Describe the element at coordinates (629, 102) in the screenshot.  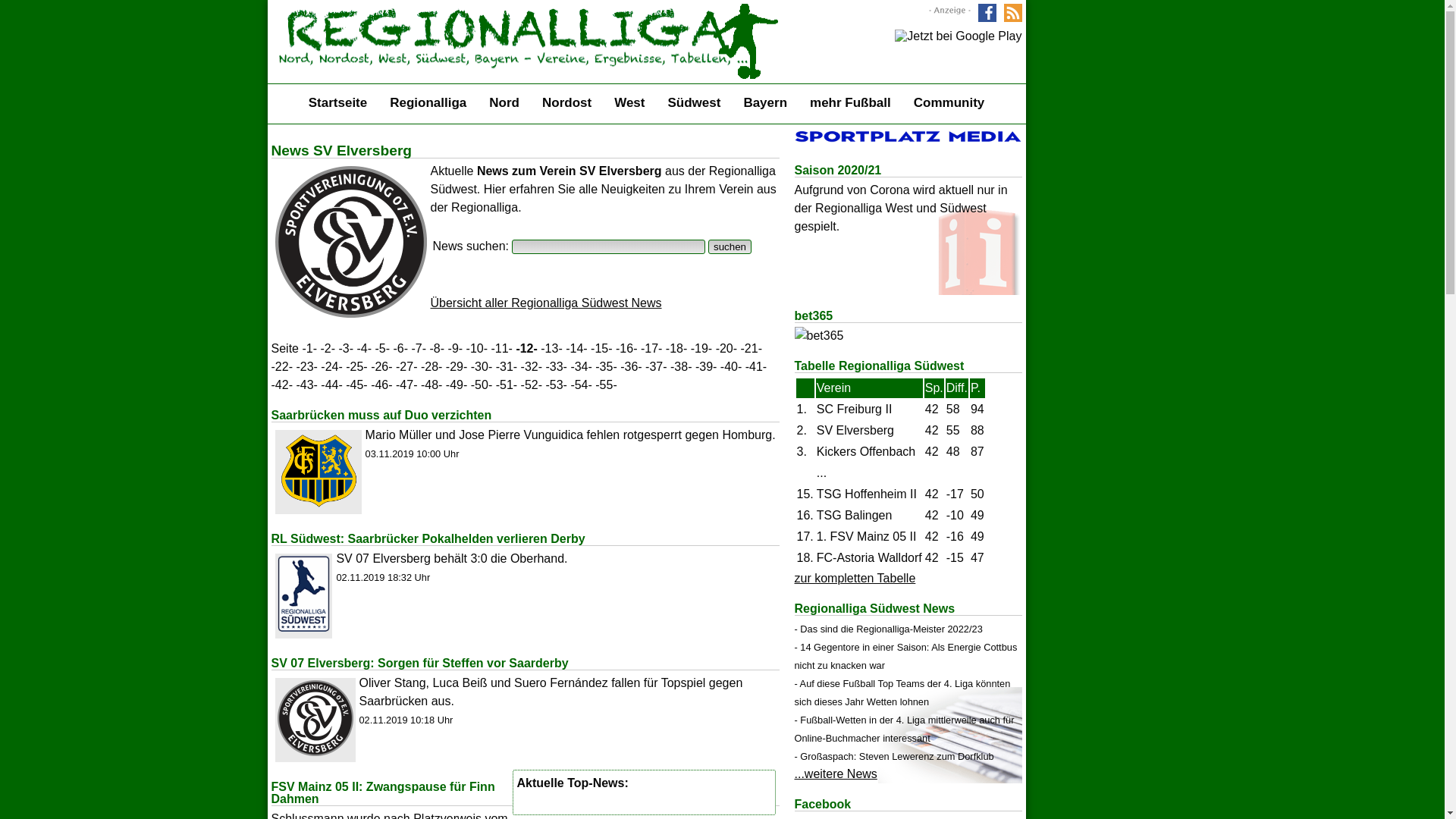
I see `'West'` at that location.